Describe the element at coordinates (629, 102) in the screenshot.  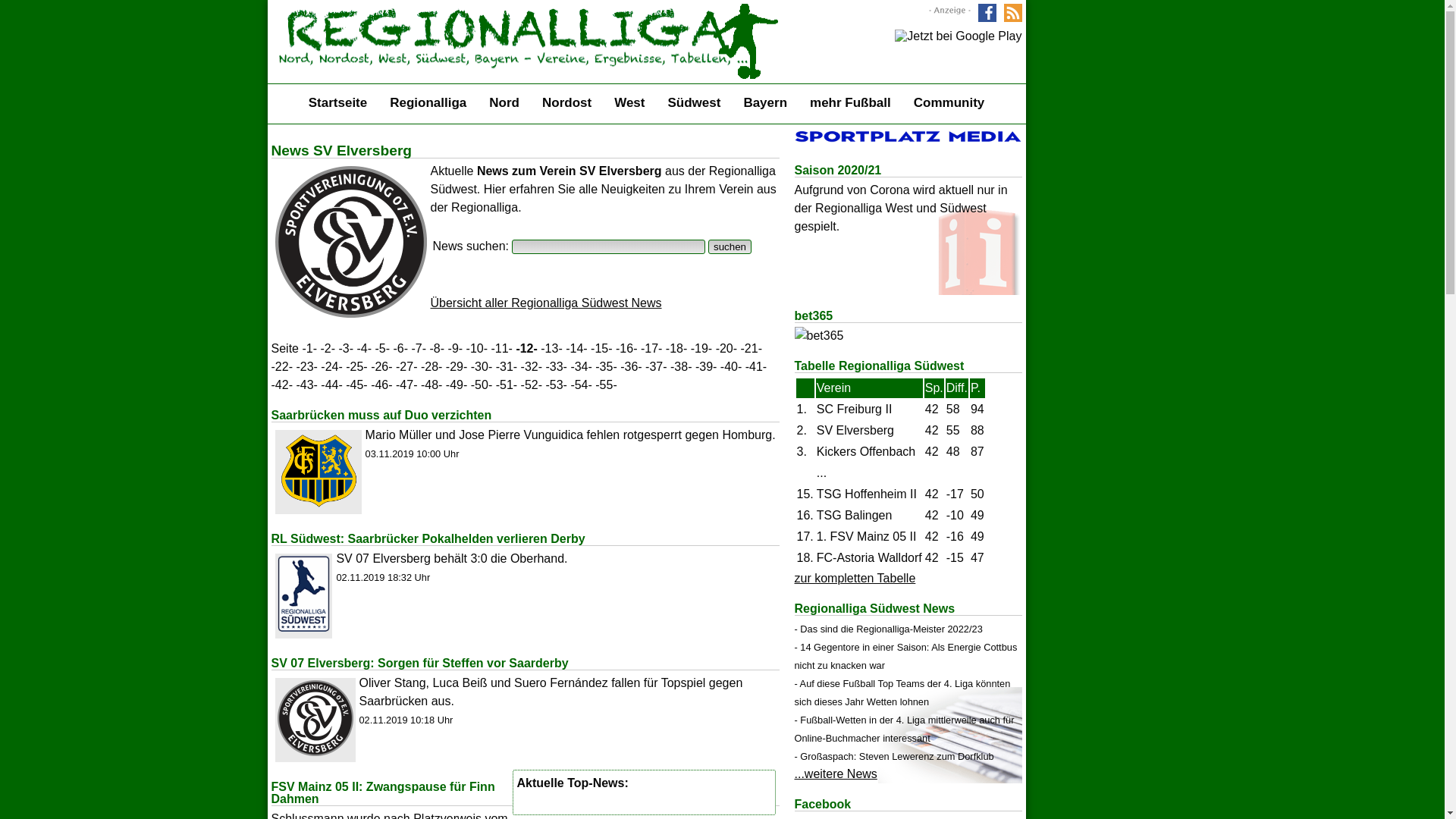
I see `'West'` at that location.